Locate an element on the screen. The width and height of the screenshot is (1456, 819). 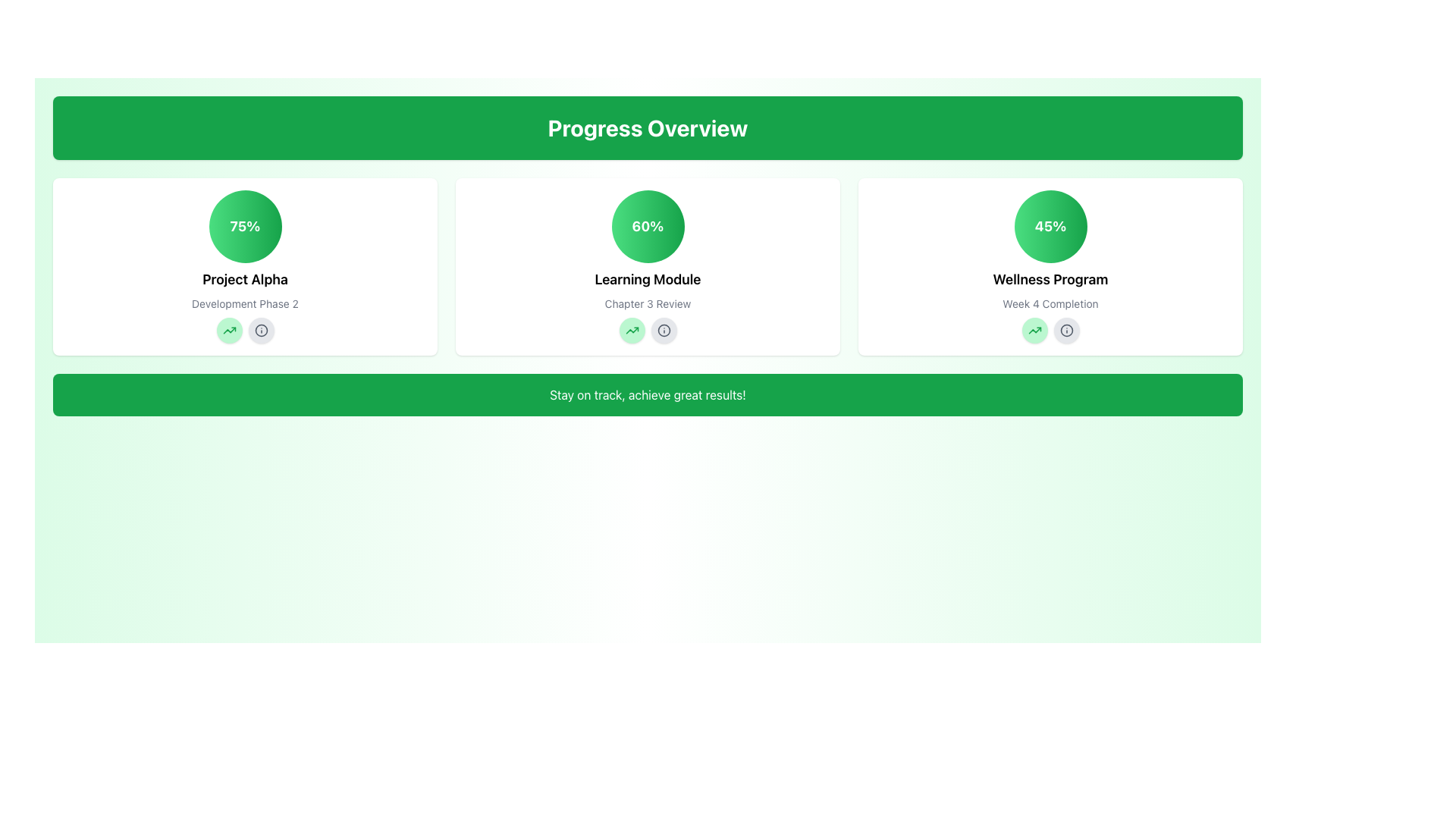
the 'Progress Overview' text label which is displayed in bold white font on a green background, located at the top of the interface is located at coordinates (648, 127).